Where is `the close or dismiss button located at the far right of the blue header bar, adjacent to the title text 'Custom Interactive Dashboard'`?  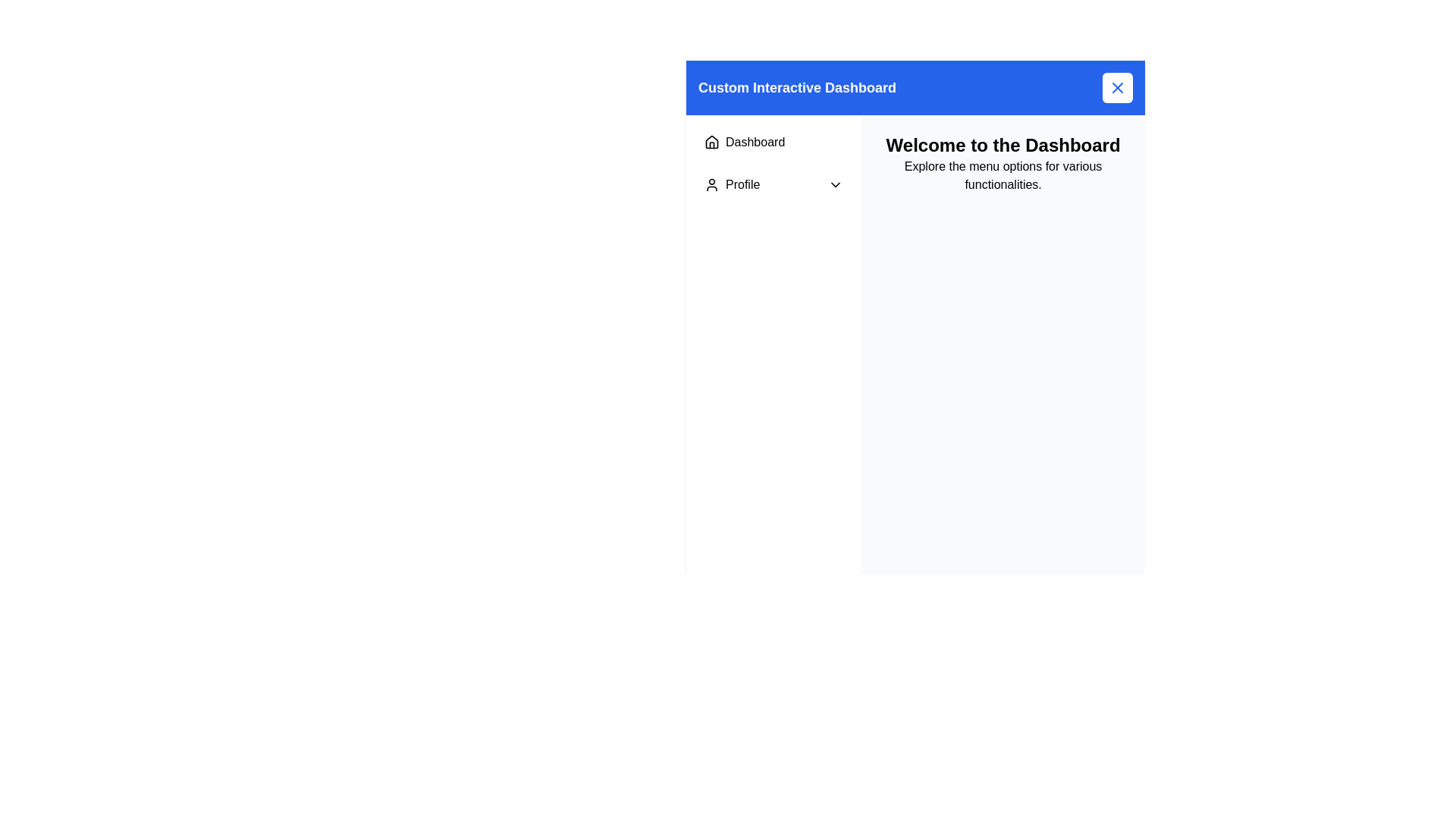 the close or dismiss button located at the far right of the blue header bar, adjacent to the title text 'Custom Interactive Dashboard' is located at coordinates (1117, 87).